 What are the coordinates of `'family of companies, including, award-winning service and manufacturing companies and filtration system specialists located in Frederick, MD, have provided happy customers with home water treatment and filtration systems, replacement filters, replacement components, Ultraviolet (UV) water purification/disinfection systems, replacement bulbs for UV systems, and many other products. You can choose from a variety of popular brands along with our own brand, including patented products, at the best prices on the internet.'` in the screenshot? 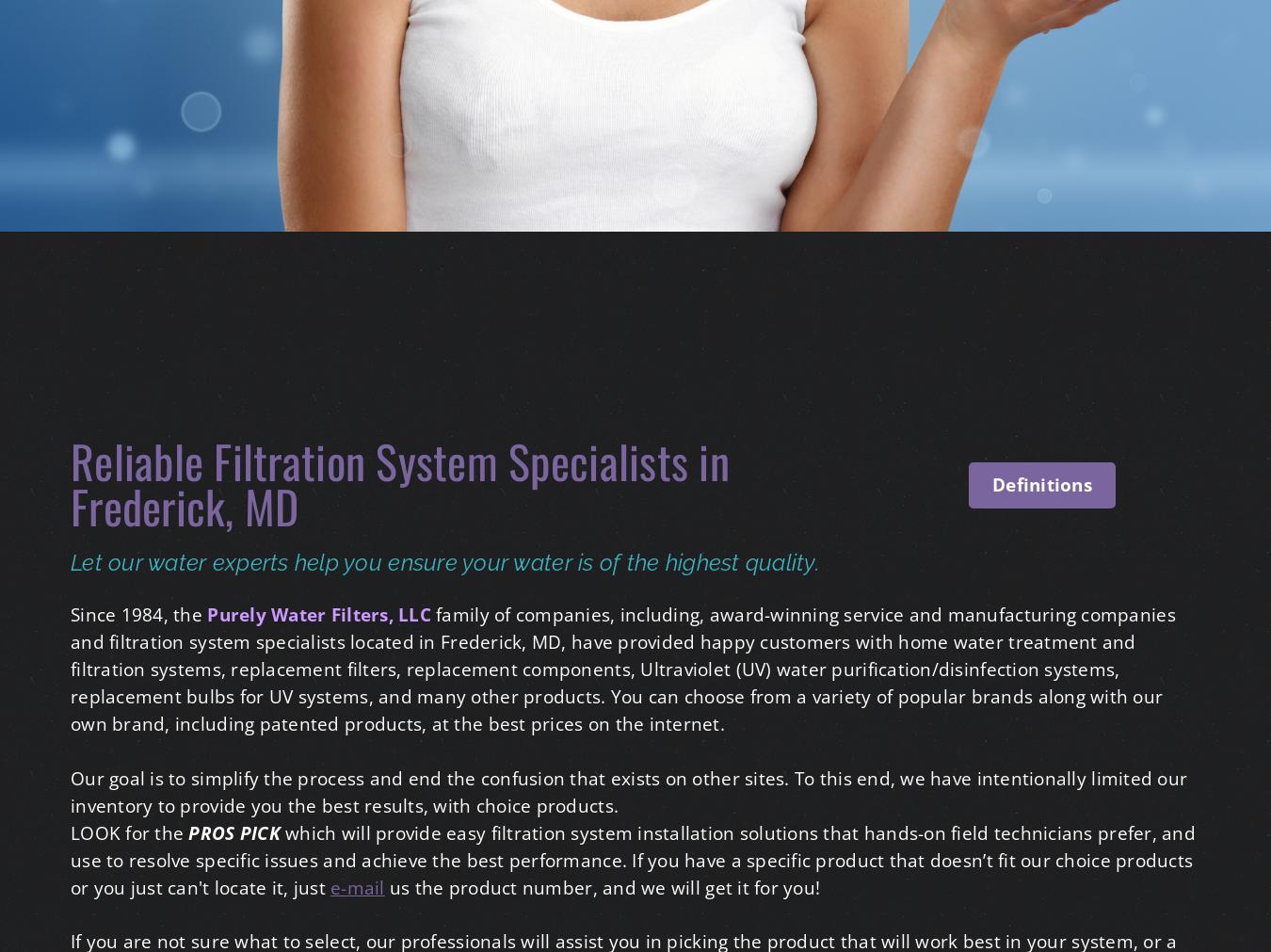 It's located at (622, 667).